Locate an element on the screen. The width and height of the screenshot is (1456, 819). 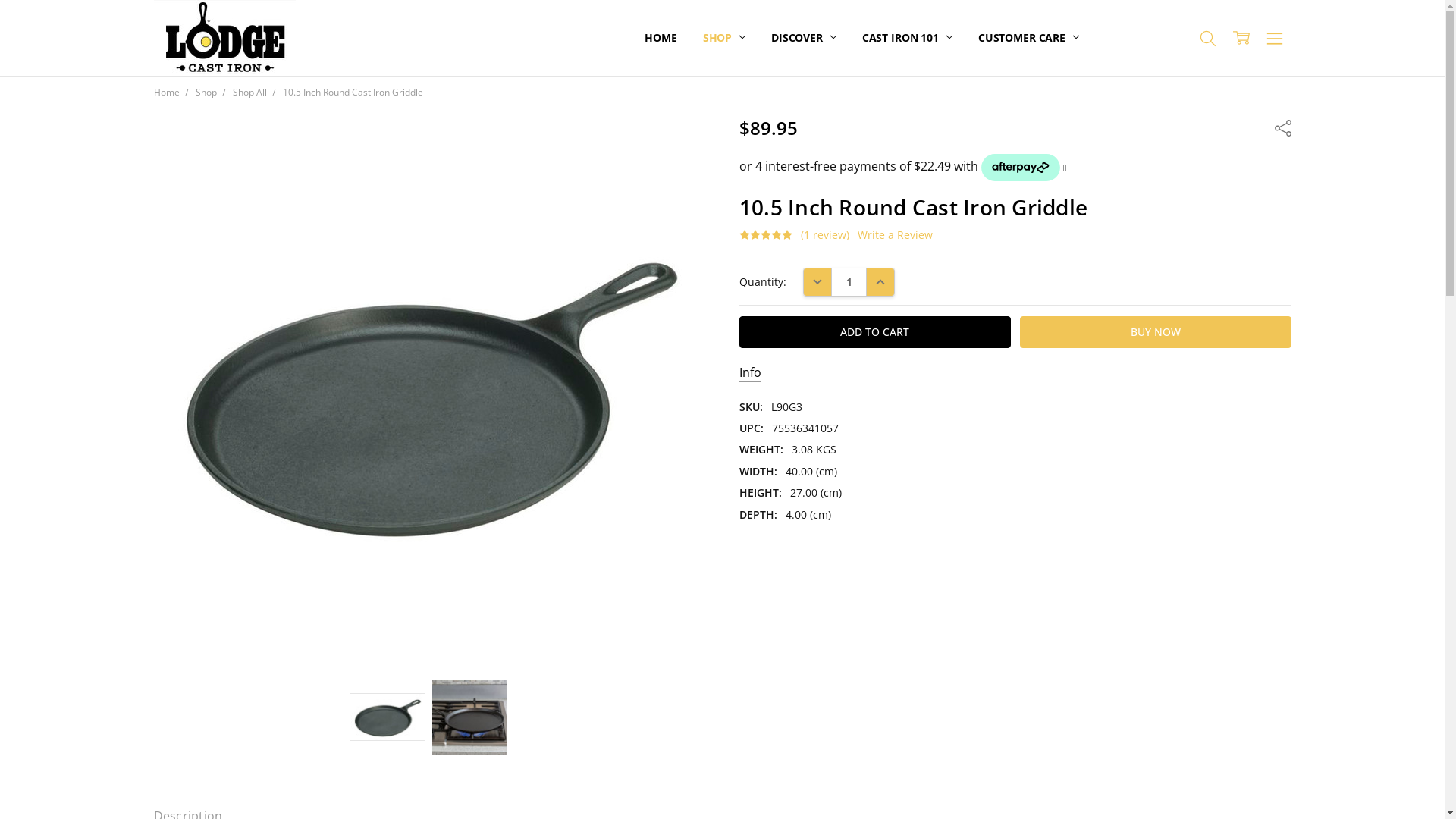
'INCREASE QUANTITY:' is located at coordinates (866, 281).